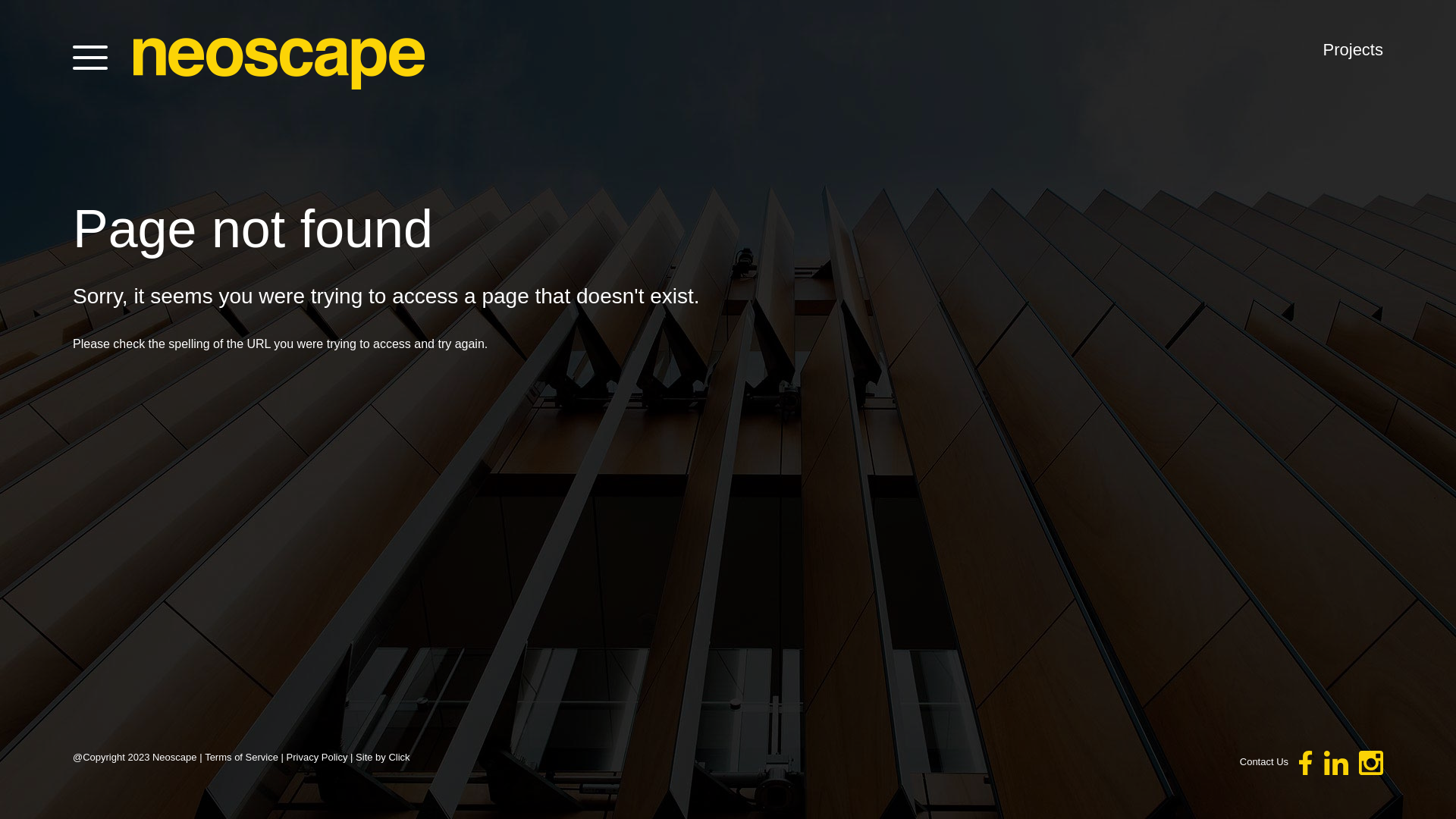  I want to click on 'Contact Us', so click(1263, 761).